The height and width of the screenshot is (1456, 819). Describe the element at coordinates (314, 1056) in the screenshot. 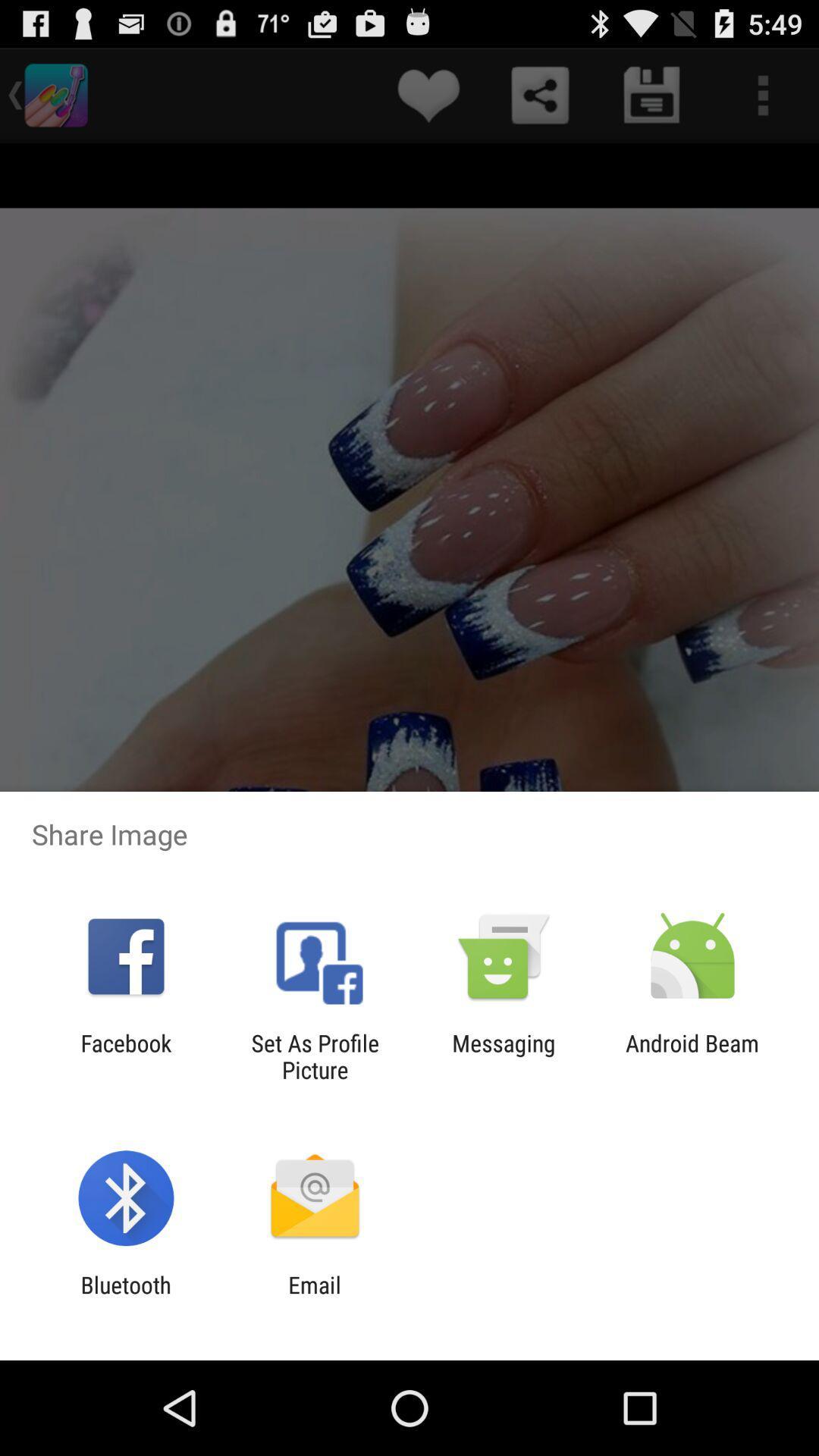

I see `set as profile app` at that location.